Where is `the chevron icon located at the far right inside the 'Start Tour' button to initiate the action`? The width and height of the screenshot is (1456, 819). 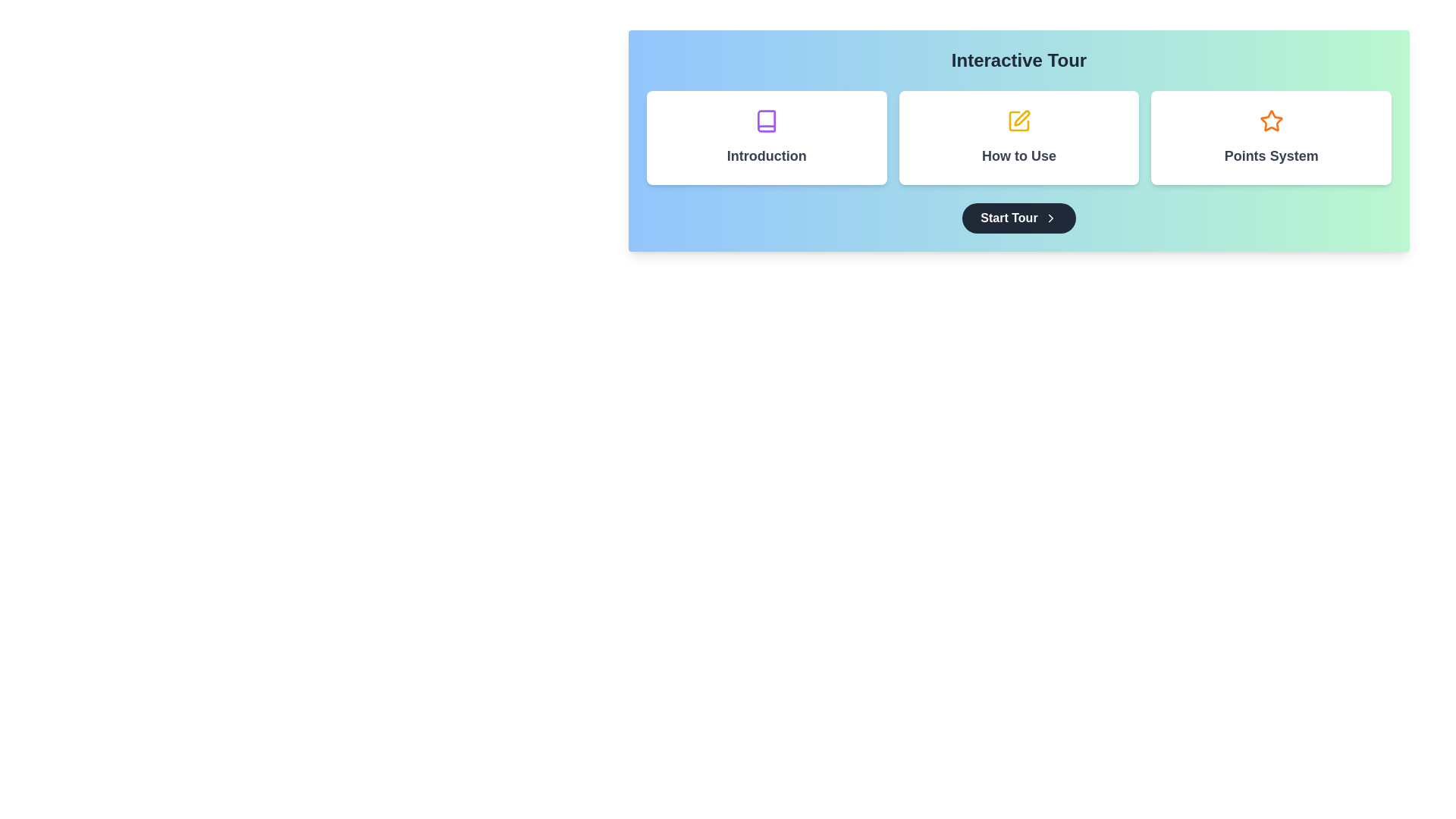 the chevron icon located at the far right inside the 'Start Tour' button to initiate the action is located at coordinates (1050, 218).